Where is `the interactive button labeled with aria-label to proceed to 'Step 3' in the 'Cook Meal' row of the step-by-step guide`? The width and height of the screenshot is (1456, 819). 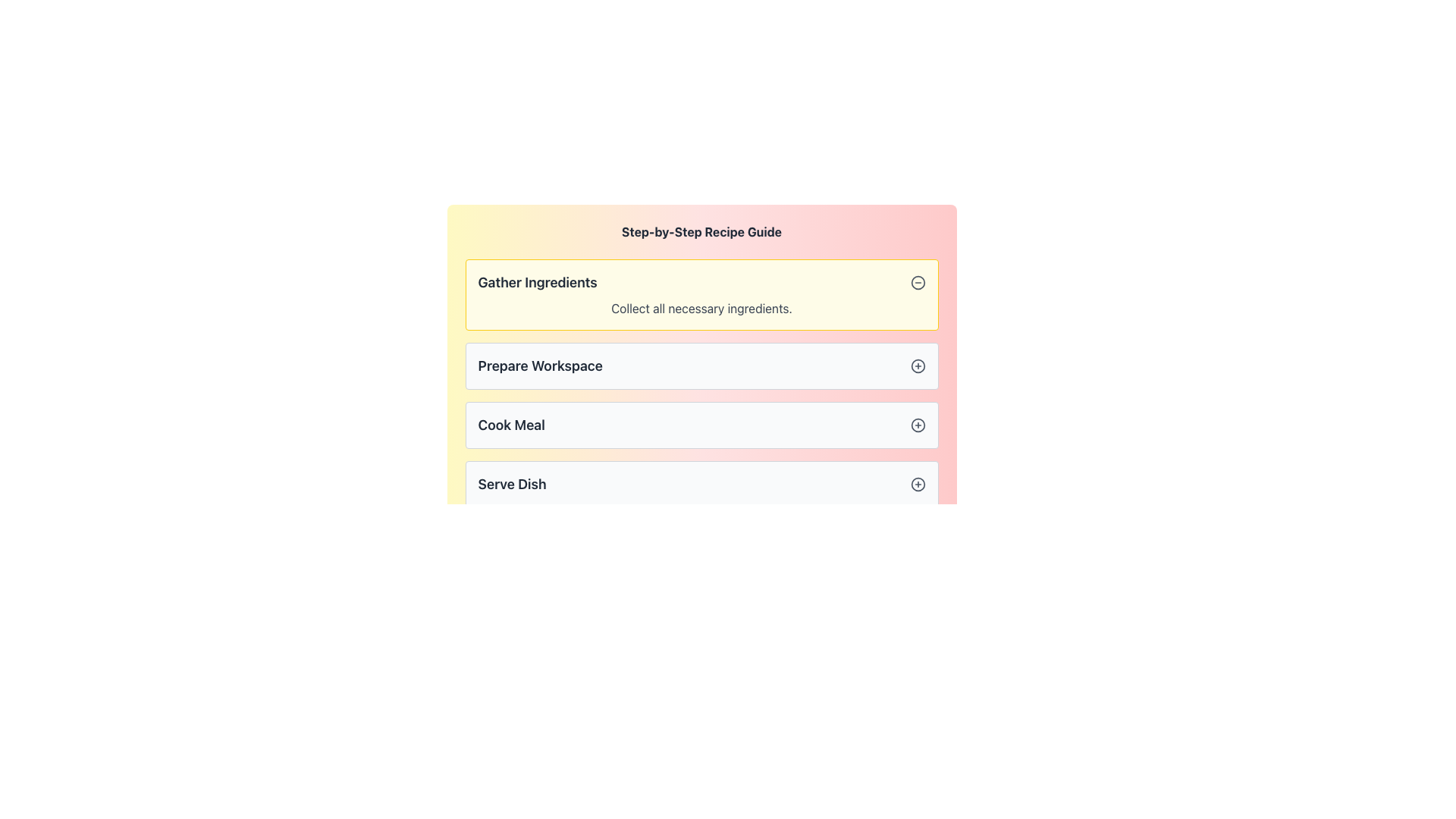 the interactive button labeled with aria-label to proceed to 'Step 3' in the 'Cook Meal' row of the step-by-step guide is located at coordinates (917, 425).